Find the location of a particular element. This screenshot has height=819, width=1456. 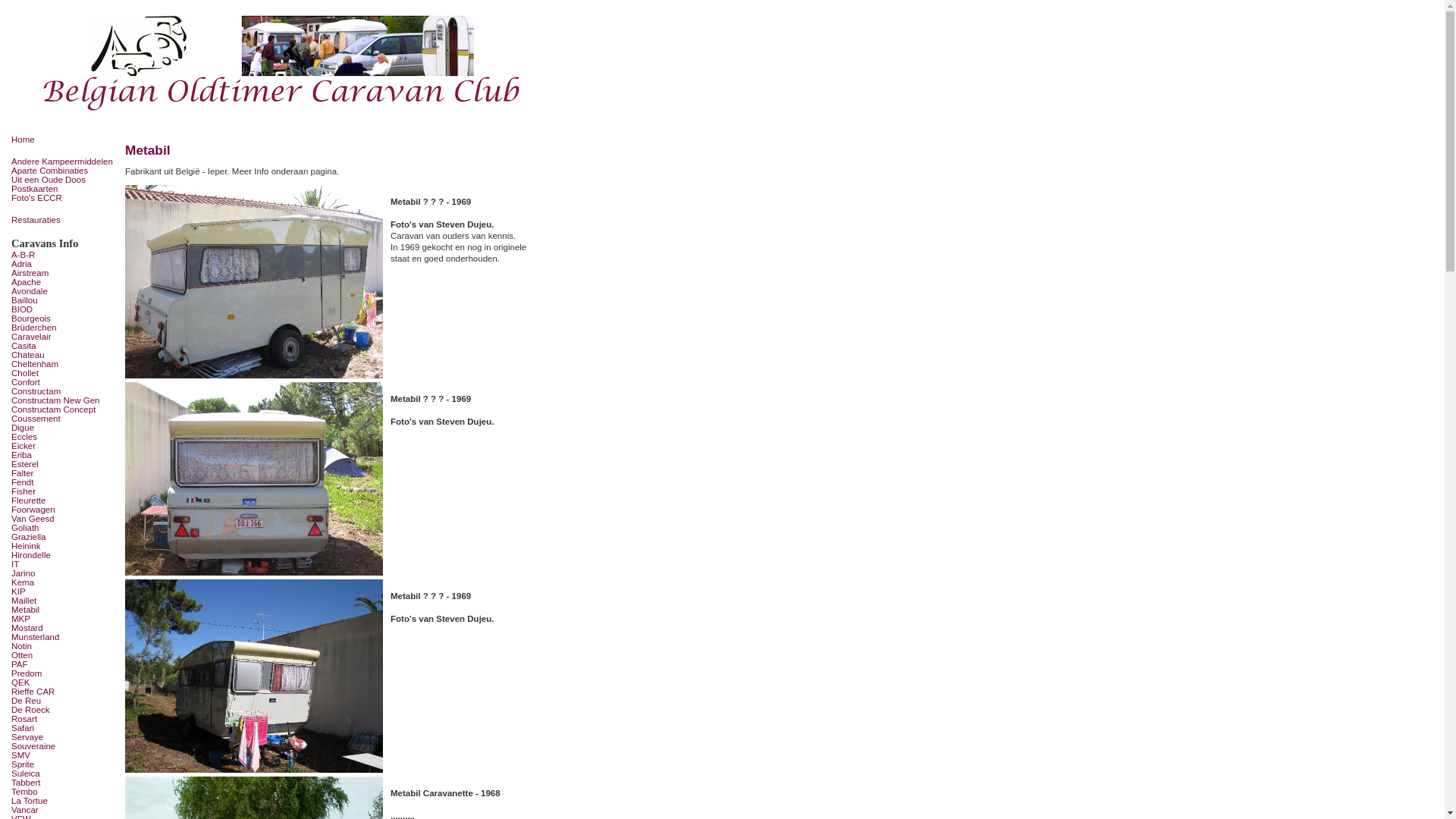

'Bourgeois' is located at coordinates (11, 318).